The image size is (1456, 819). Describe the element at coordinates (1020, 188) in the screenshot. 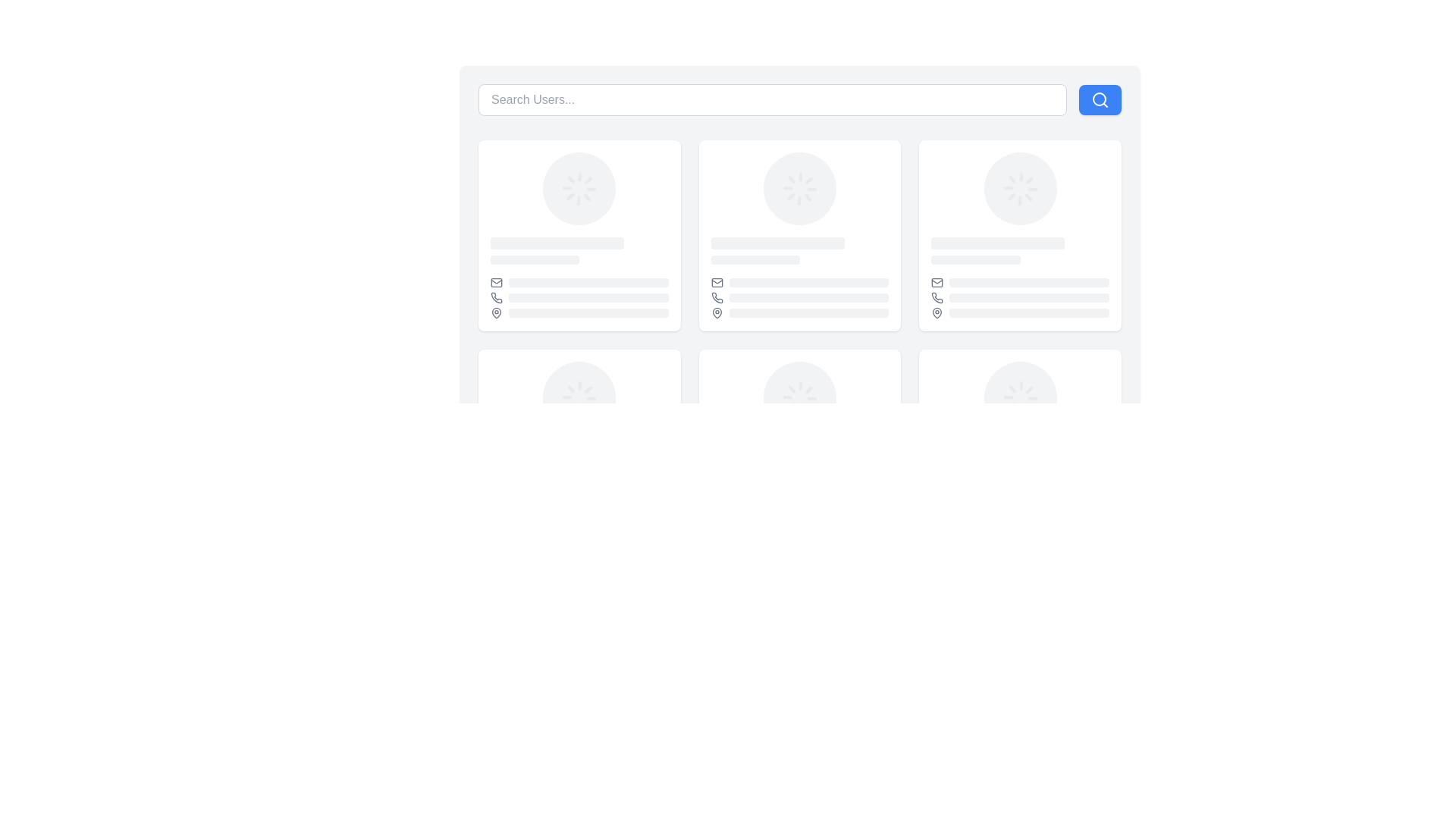

I see `the loading spinner, which is a circular element with radial lines in light gray color, located at the upper portion of the second card in the grid layout` at that location.